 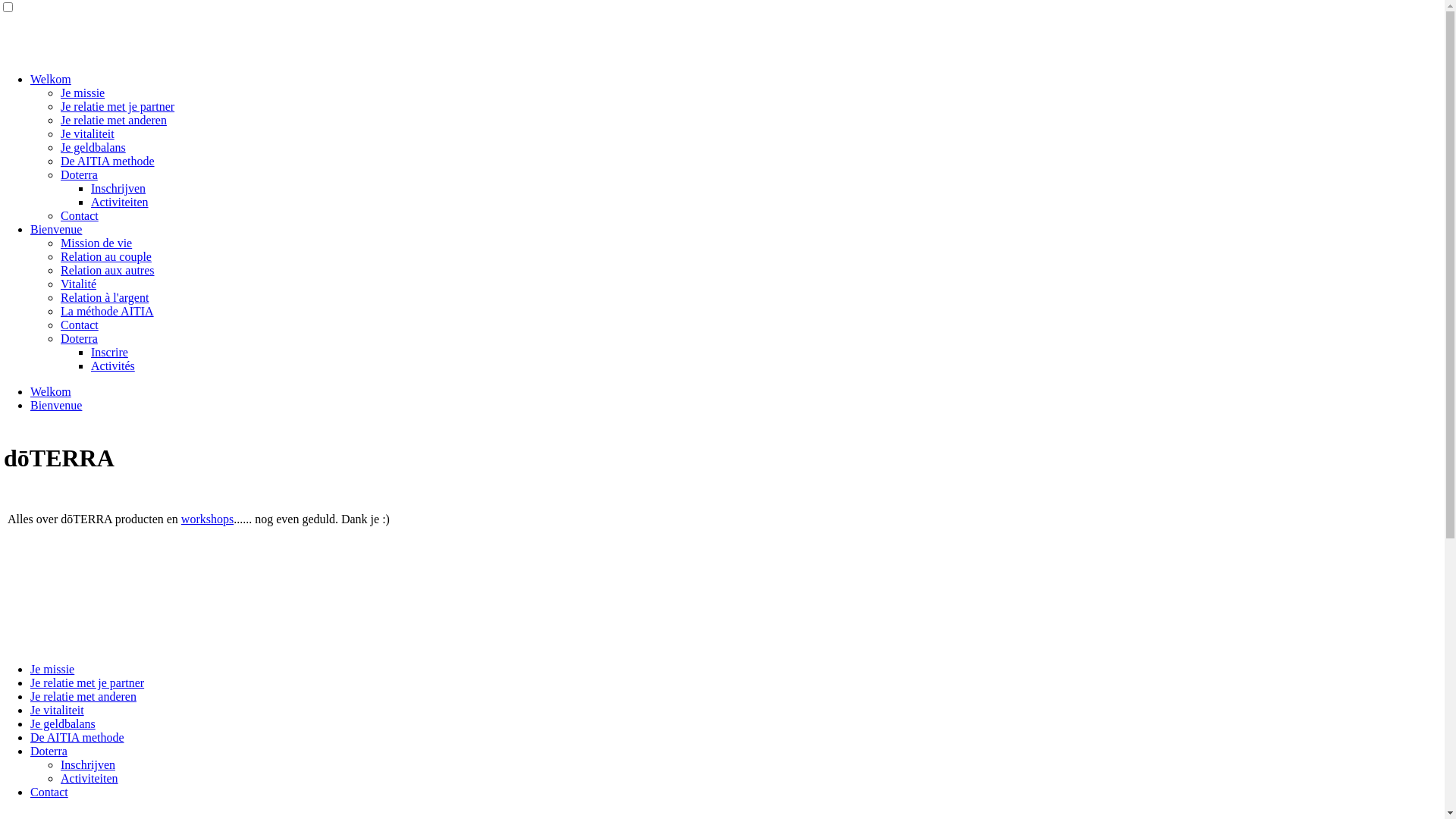 What do you see at coordinates (90, 352) in the screenshot?
I see `'Inscrire'` at bounding box center [90, 352].